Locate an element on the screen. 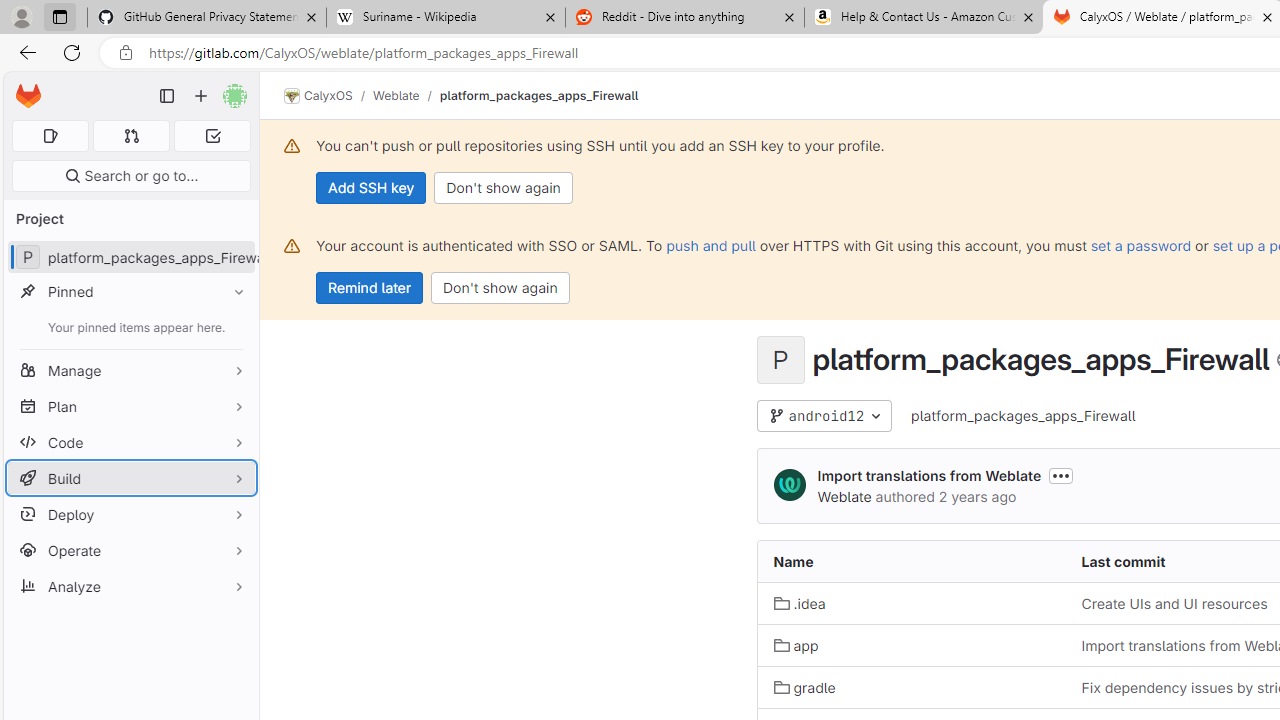 The width and height of the screenshot is (1280, 720). 'Plan' is located at coordinates (130, 405).